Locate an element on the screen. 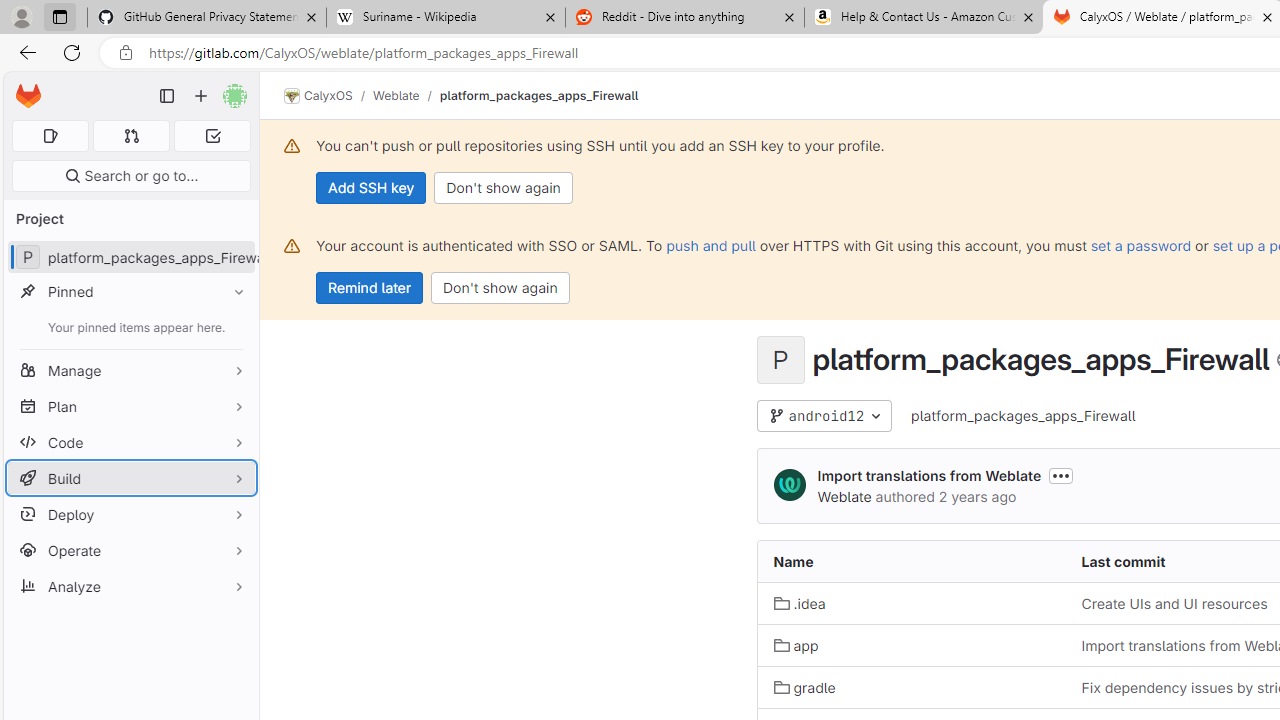 The width and height of the screenshot is (1280, 720). 'Plan' is located at coordinates (130, 405).